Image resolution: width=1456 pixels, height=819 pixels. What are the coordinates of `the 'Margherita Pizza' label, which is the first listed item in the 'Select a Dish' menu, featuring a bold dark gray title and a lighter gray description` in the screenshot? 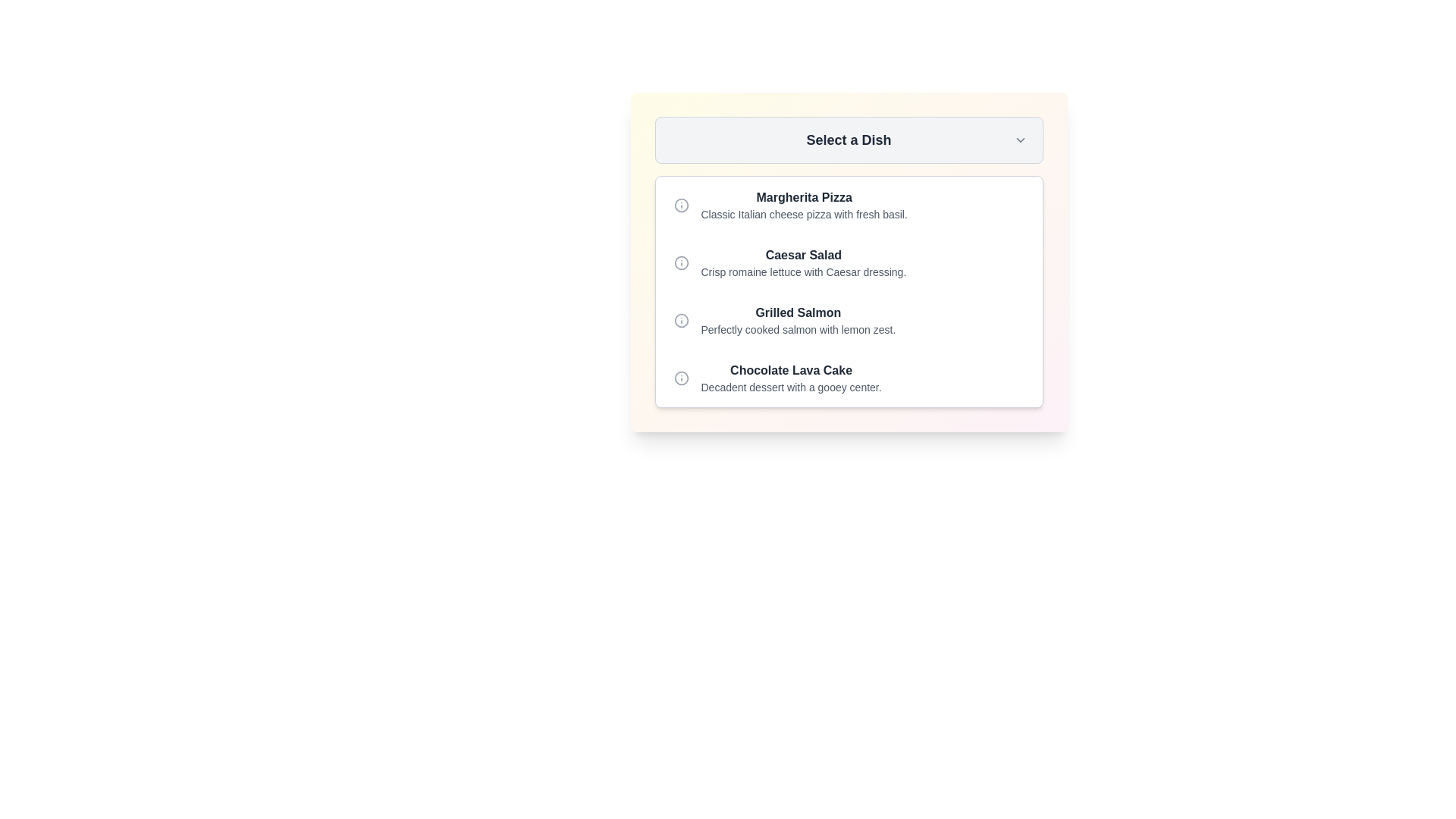 It's located at (803, 205).